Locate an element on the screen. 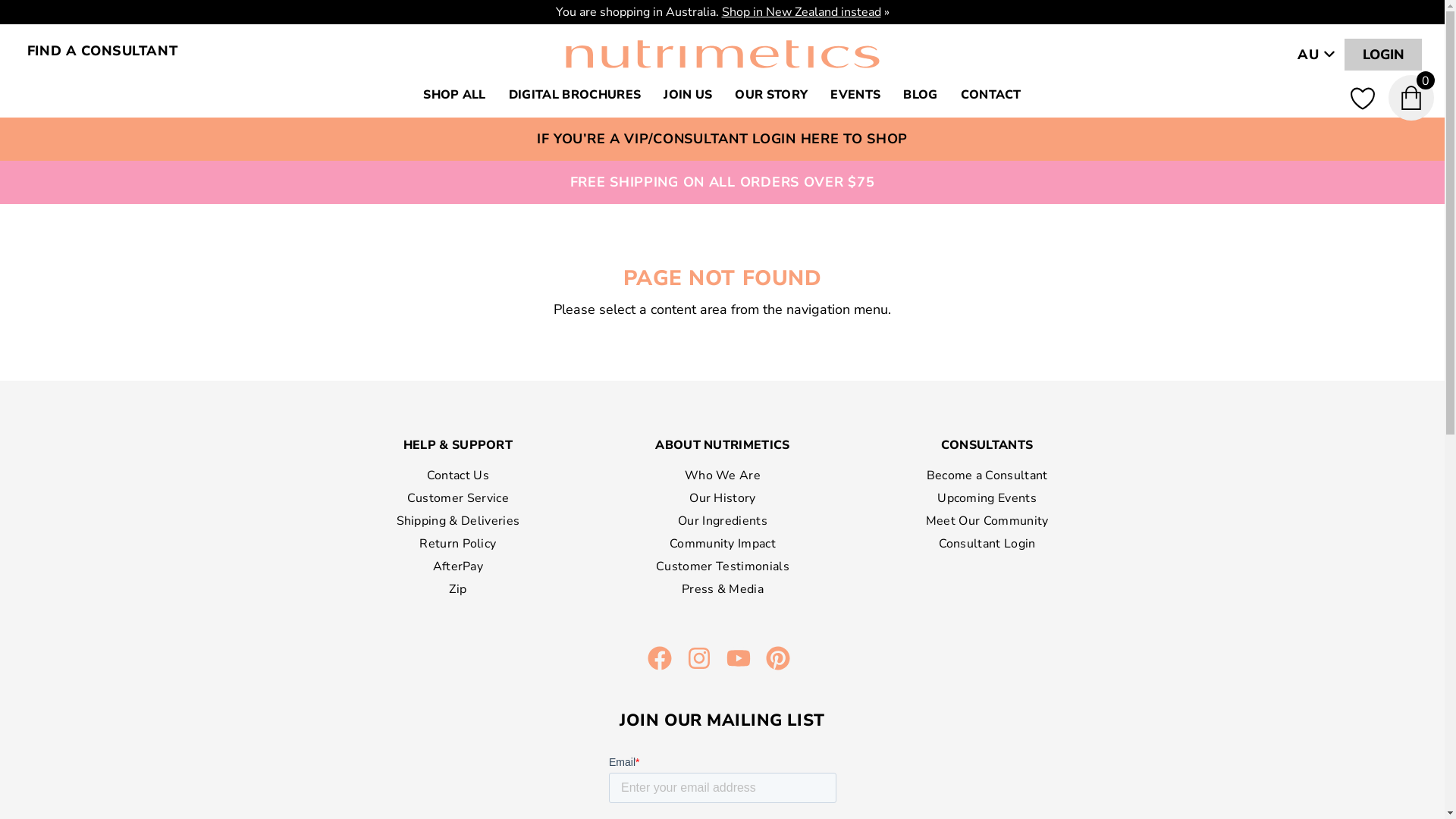  'SHOP ALL' is located at coordinates (453, 94).